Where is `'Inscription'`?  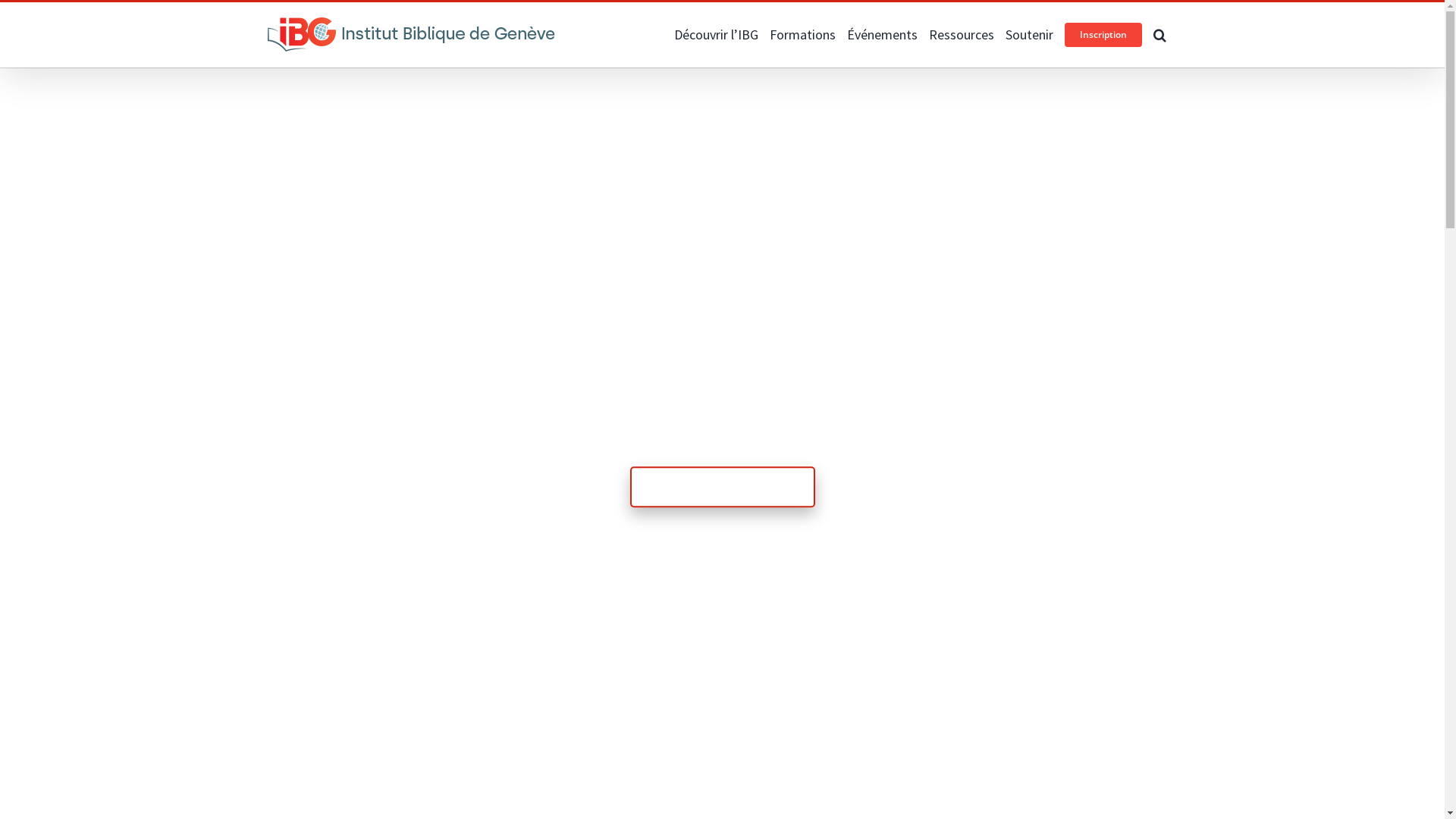
'Inscription' is located at coordinates (1103, 34).